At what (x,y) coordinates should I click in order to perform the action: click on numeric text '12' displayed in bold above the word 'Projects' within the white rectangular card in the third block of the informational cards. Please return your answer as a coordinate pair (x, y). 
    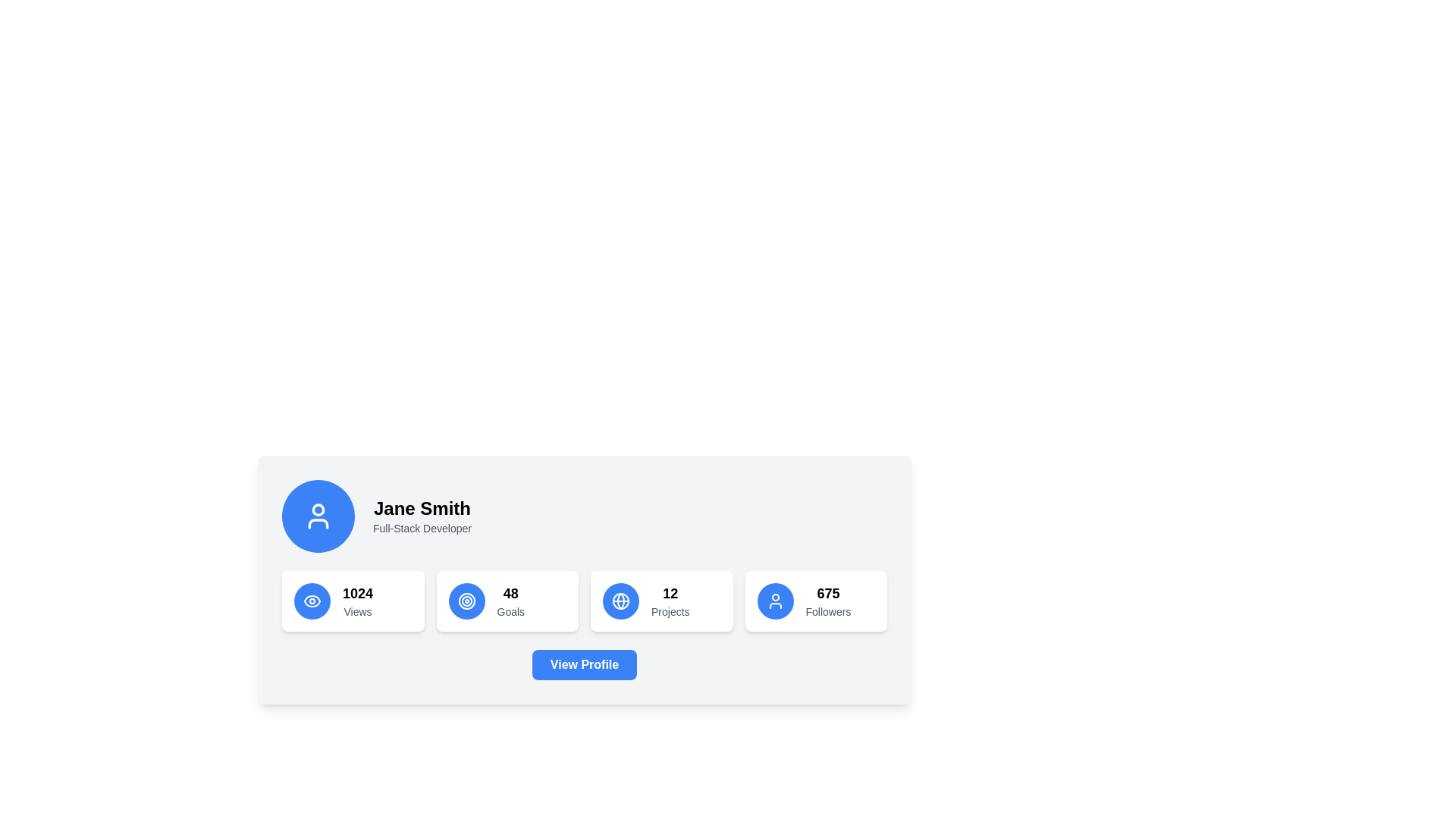
    Looking at the image, I should click on (670, 601).